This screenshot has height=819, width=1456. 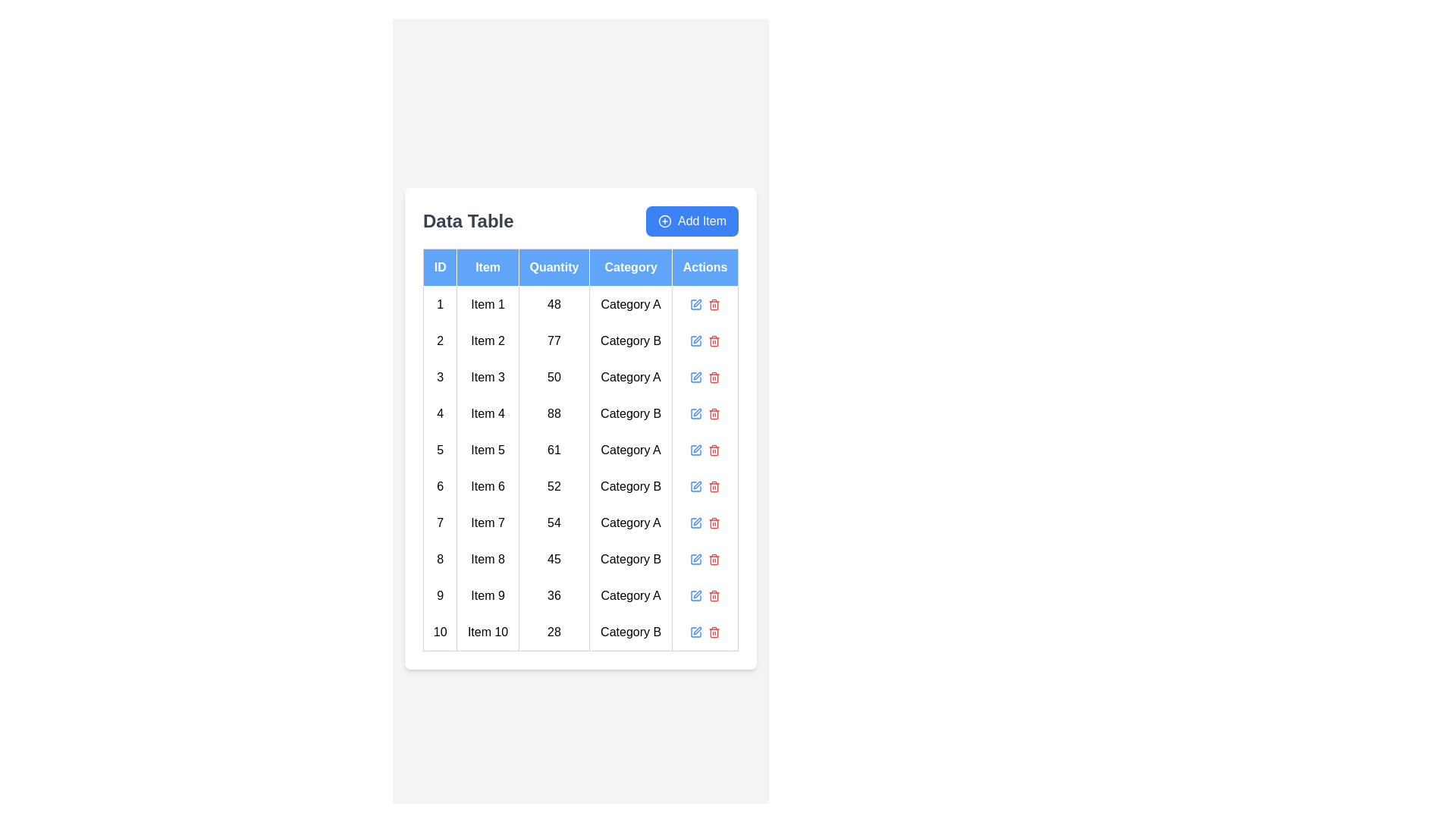 I want to click on the bold text '48' in the 'Quantity' column of the first row of the data table, so click(x=553, y=304).